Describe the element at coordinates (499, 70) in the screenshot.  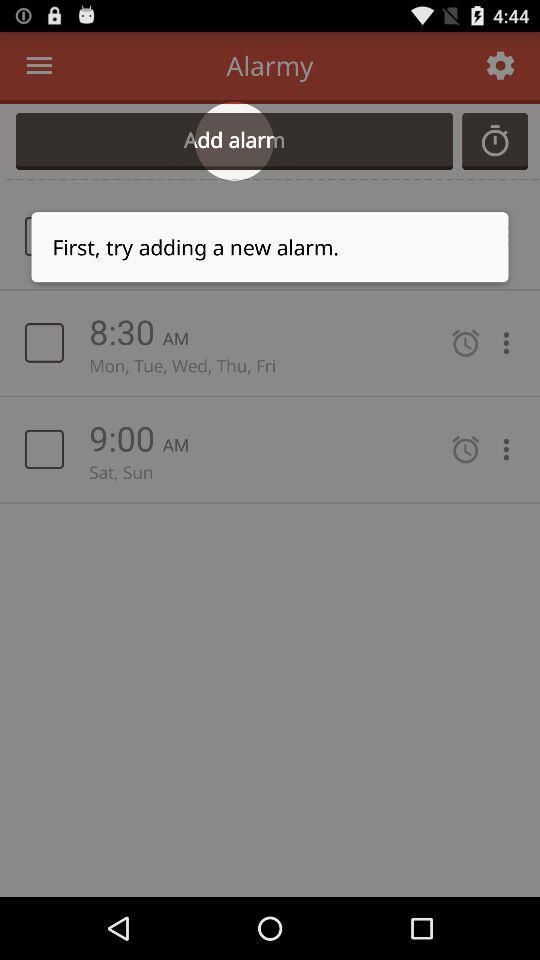
I see `the settings icon` at that location.